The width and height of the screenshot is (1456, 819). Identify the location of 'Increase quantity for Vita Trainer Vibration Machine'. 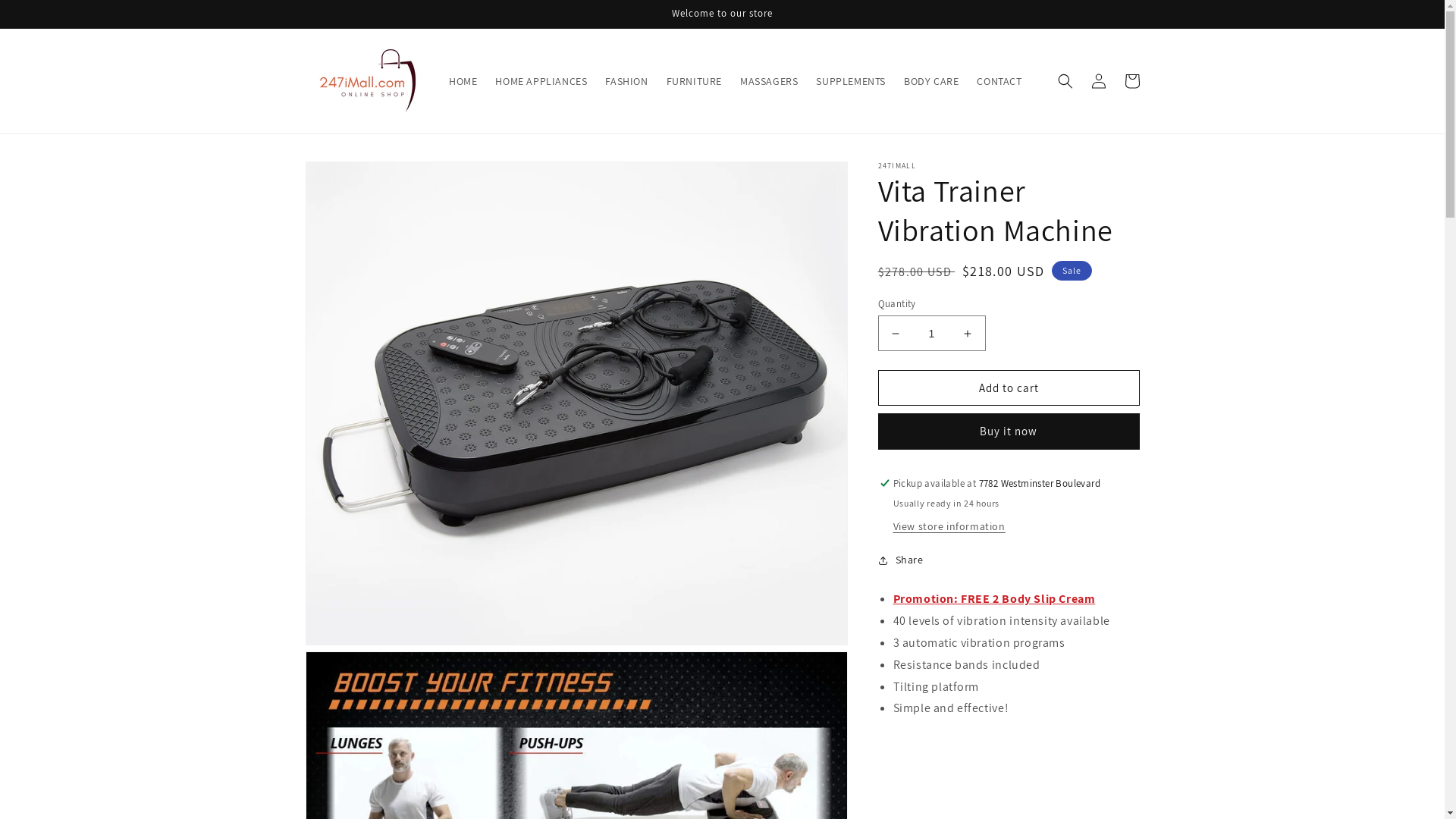
(949, 332).